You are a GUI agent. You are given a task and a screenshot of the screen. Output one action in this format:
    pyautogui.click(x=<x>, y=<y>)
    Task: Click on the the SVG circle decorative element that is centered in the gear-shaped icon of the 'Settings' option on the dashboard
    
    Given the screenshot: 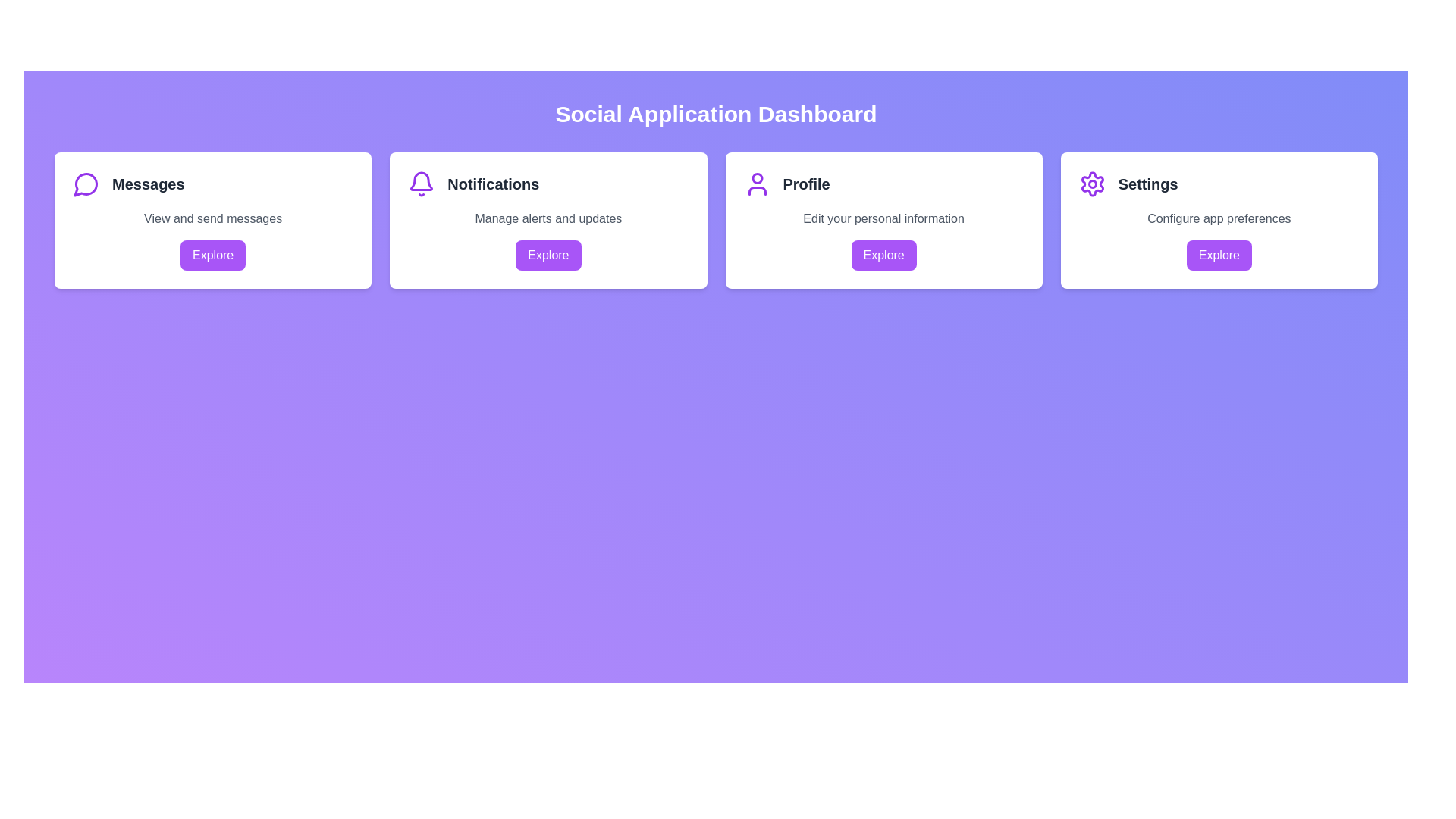 What is the action you would take?
    pyautogui.click(x=1092, y=184)
    